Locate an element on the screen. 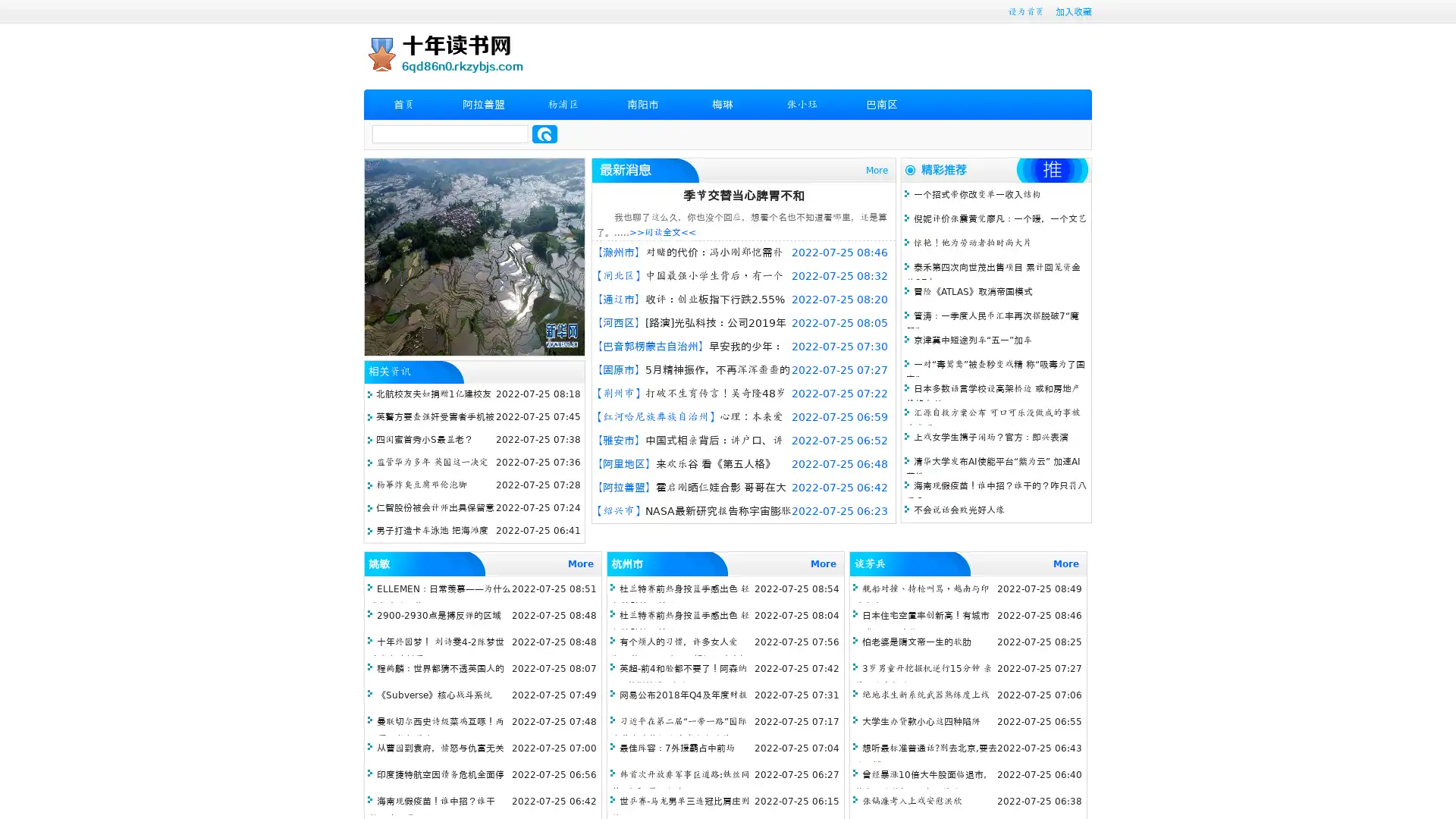 This screenshot has height=819, width=1456. Search is located at coordinates (544, 133).